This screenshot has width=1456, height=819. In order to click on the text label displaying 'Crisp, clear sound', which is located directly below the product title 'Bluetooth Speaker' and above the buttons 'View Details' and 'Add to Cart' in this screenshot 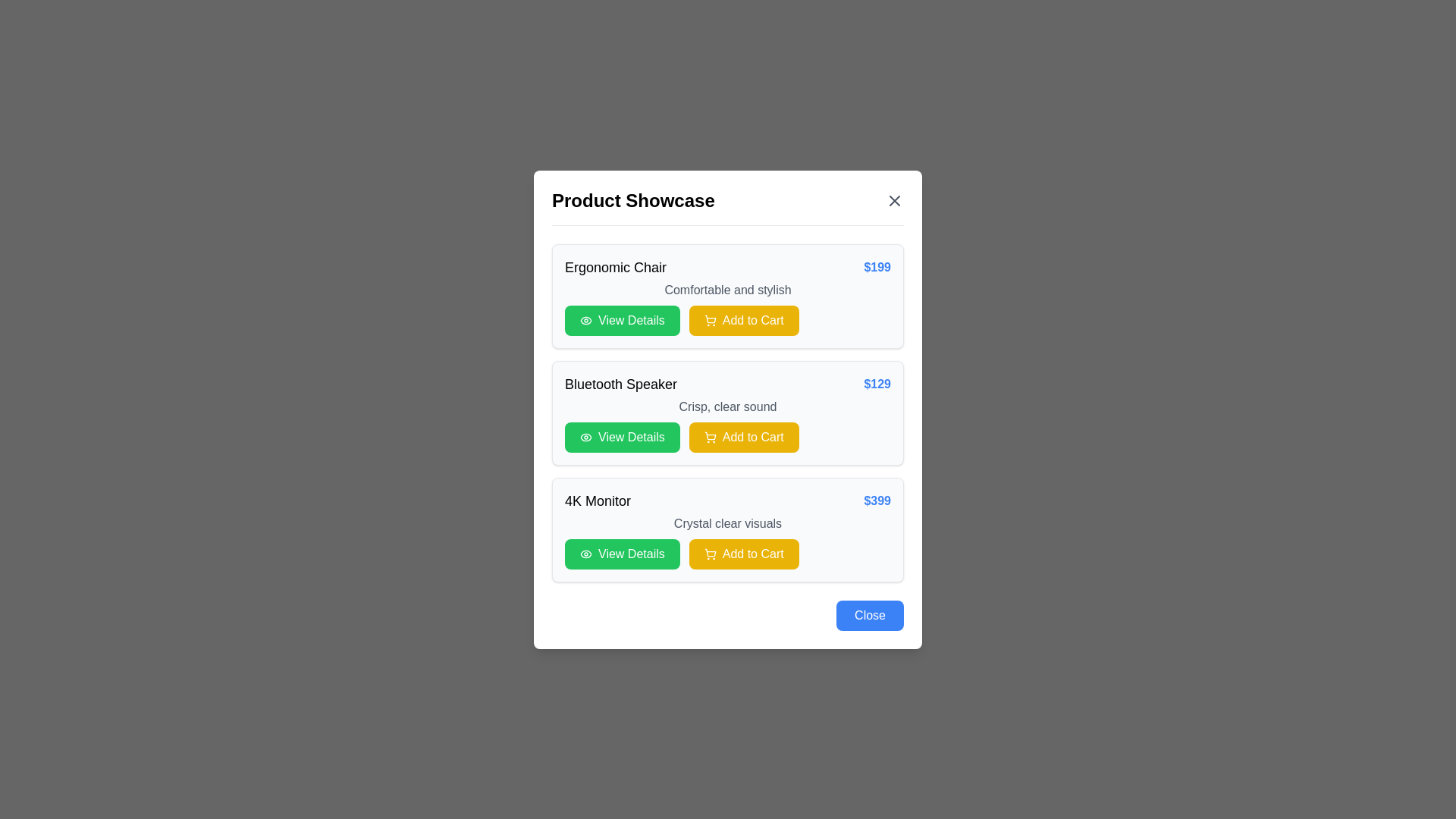, I will do `click(728, 406)`.